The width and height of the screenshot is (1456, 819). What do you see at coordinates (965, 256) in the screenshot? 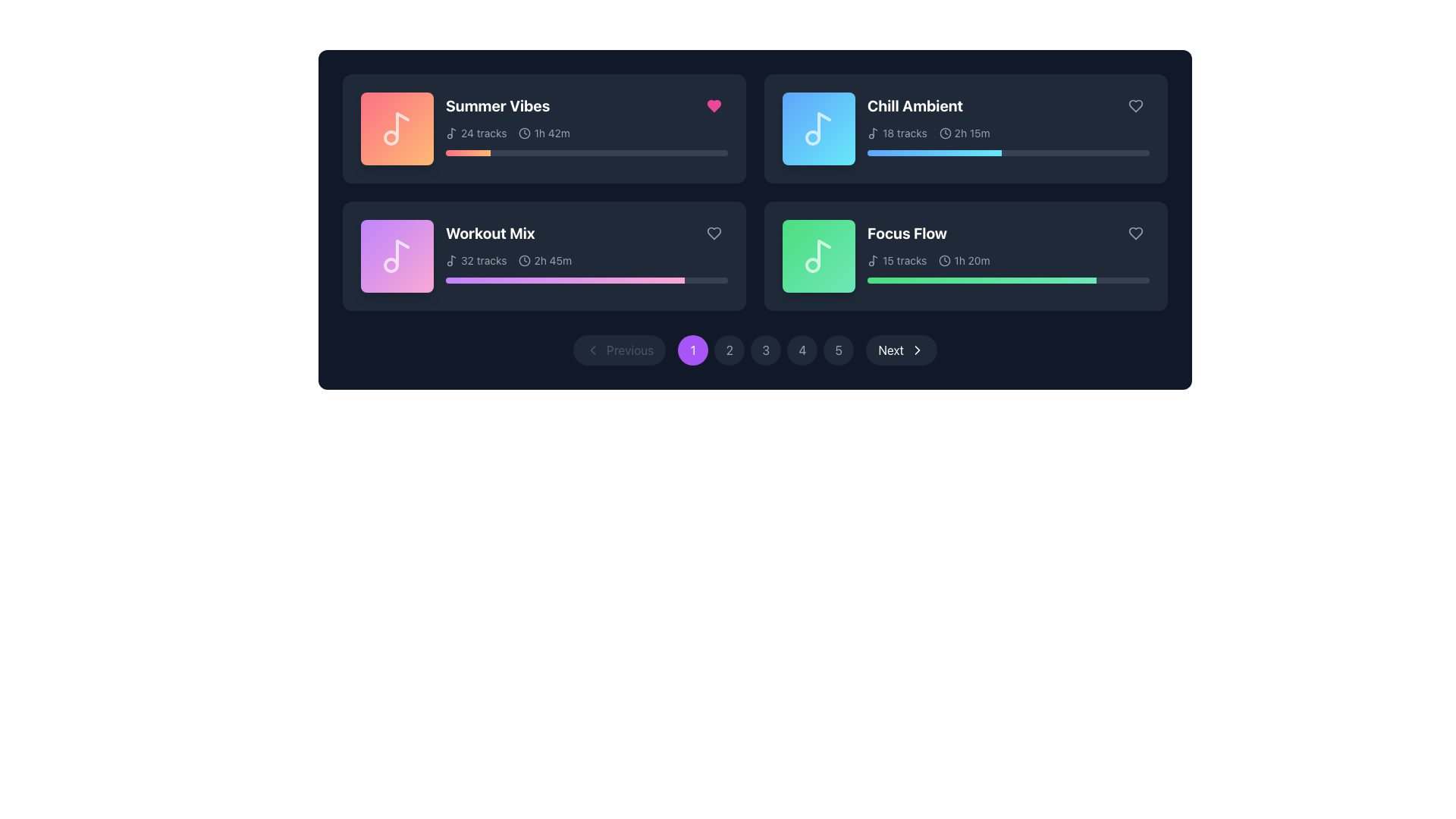
I see `the dark rectangular card displaying 'Focus Flow' with a musical note icon, located in the bottom-right quadrant of the grid layout` at bounding box center [965, 256].